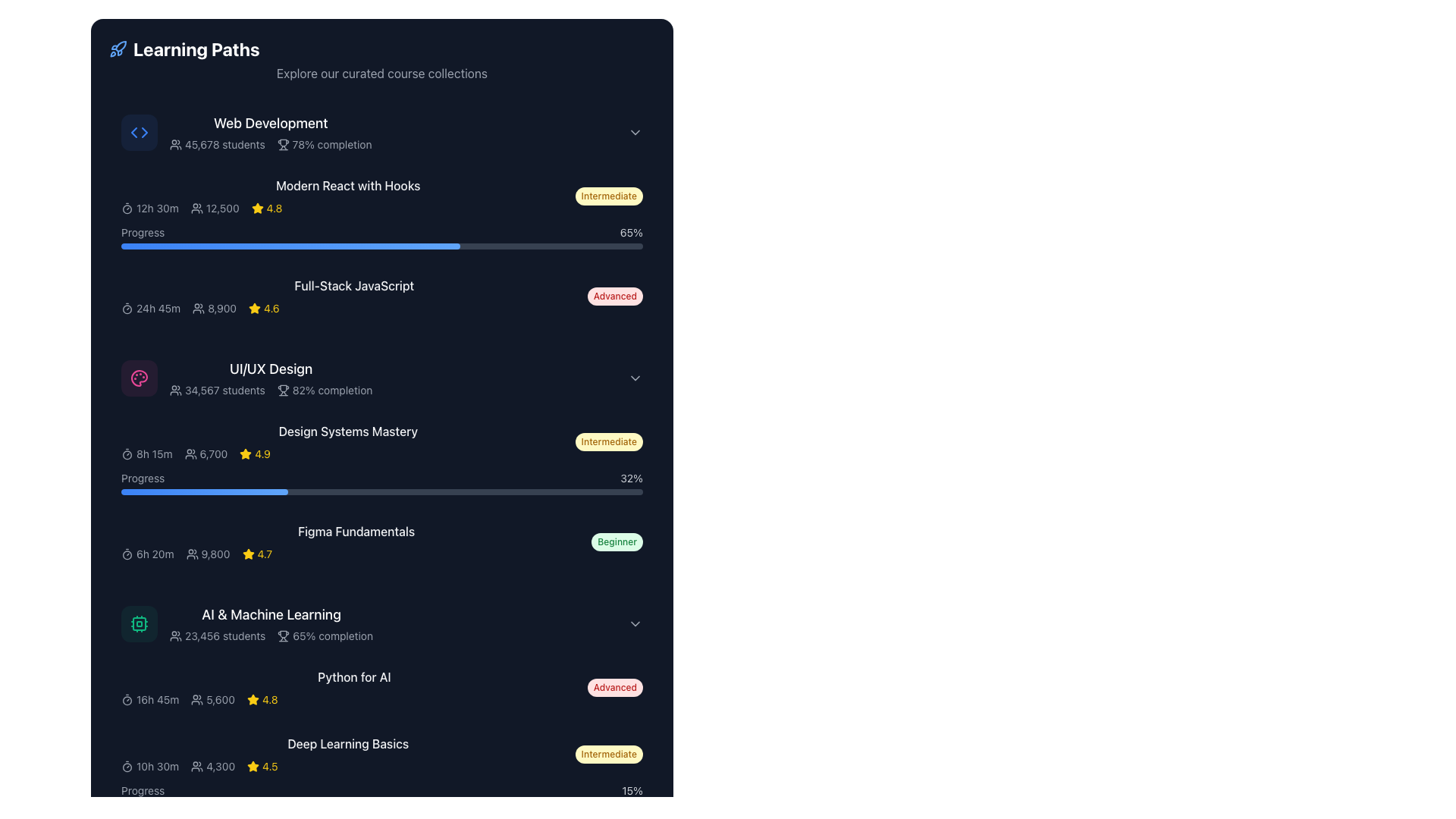 This screenshot has width=1456, height=819. Describe the element at coordinates (347, 742) in the screenshot. I see `the text label displaying 'Deep Learning Basics' positioned under the 'AI & Machine Learning' section` at that location.